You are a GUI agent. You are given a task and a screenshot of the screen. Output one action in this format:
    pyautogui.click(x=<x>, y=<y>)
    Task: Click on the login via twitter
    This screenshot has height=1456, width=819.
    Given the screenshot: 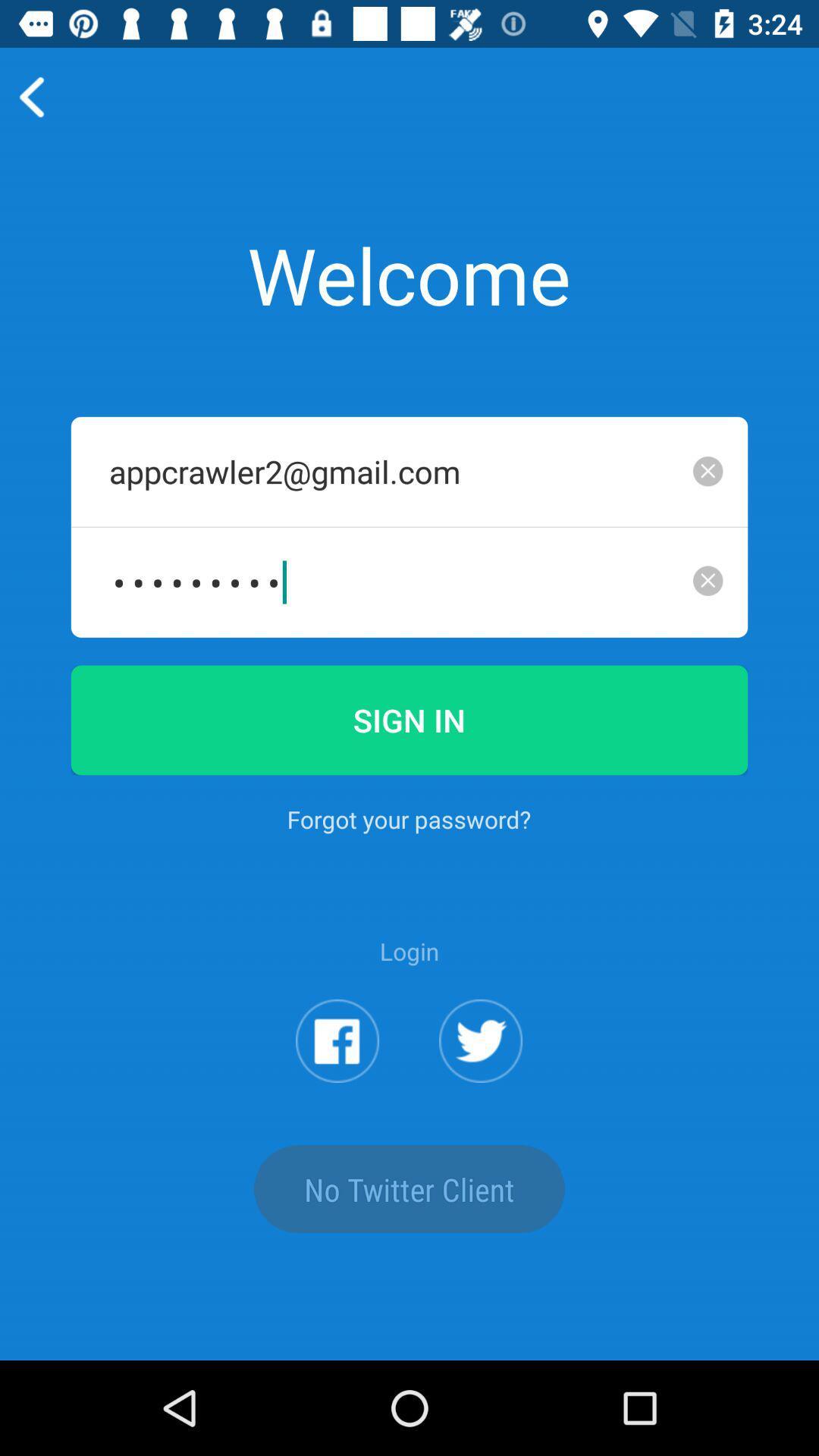 What is the action you would take?
    pyautogui.click(x=481, y=1040)
    